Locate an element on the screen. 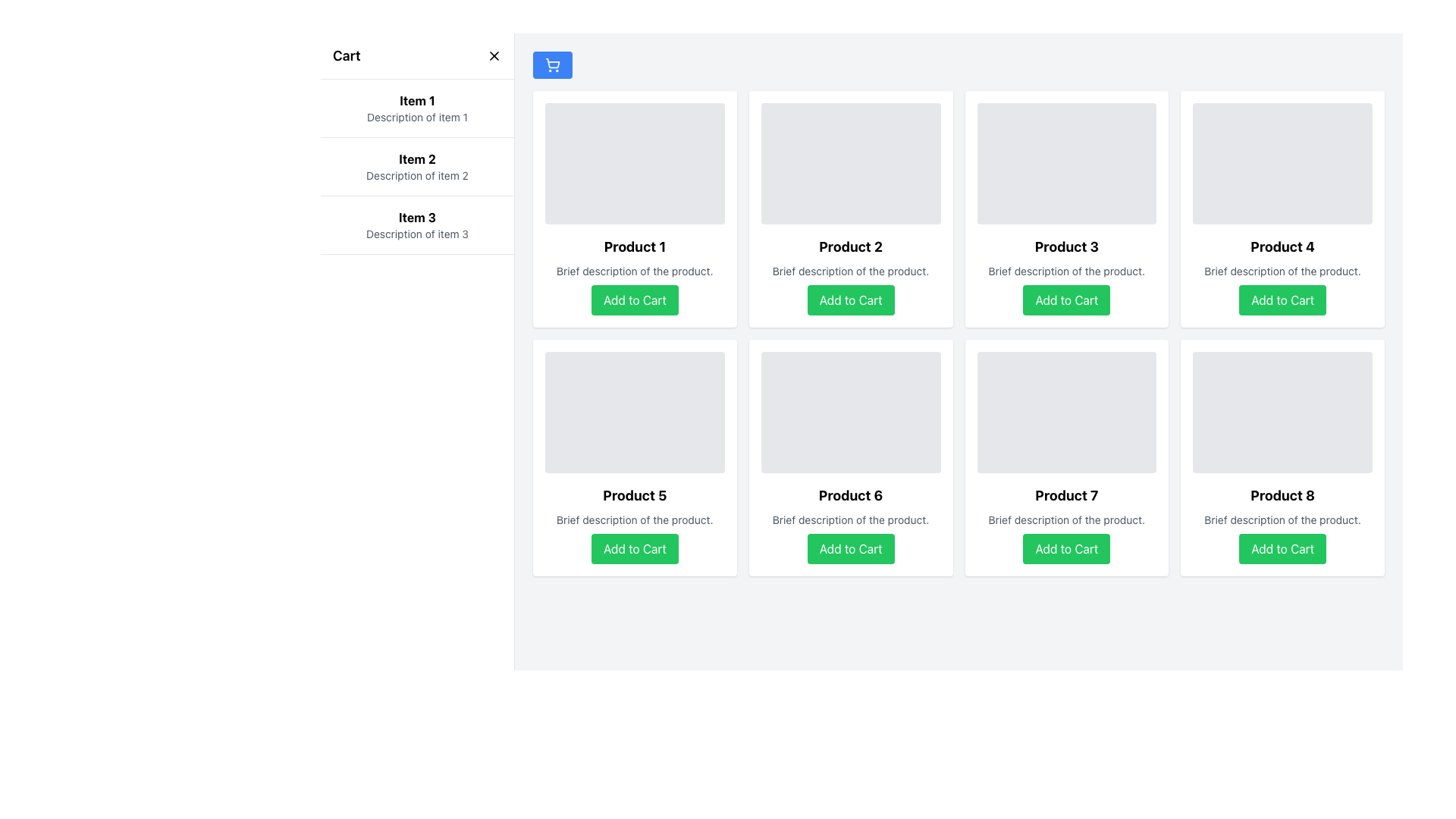 This screenshot has height=819, width=1456. the rectangular button with a blue background and a white shopping cart icon located in the top-right area of the interface is located at coordinates (552, 64).